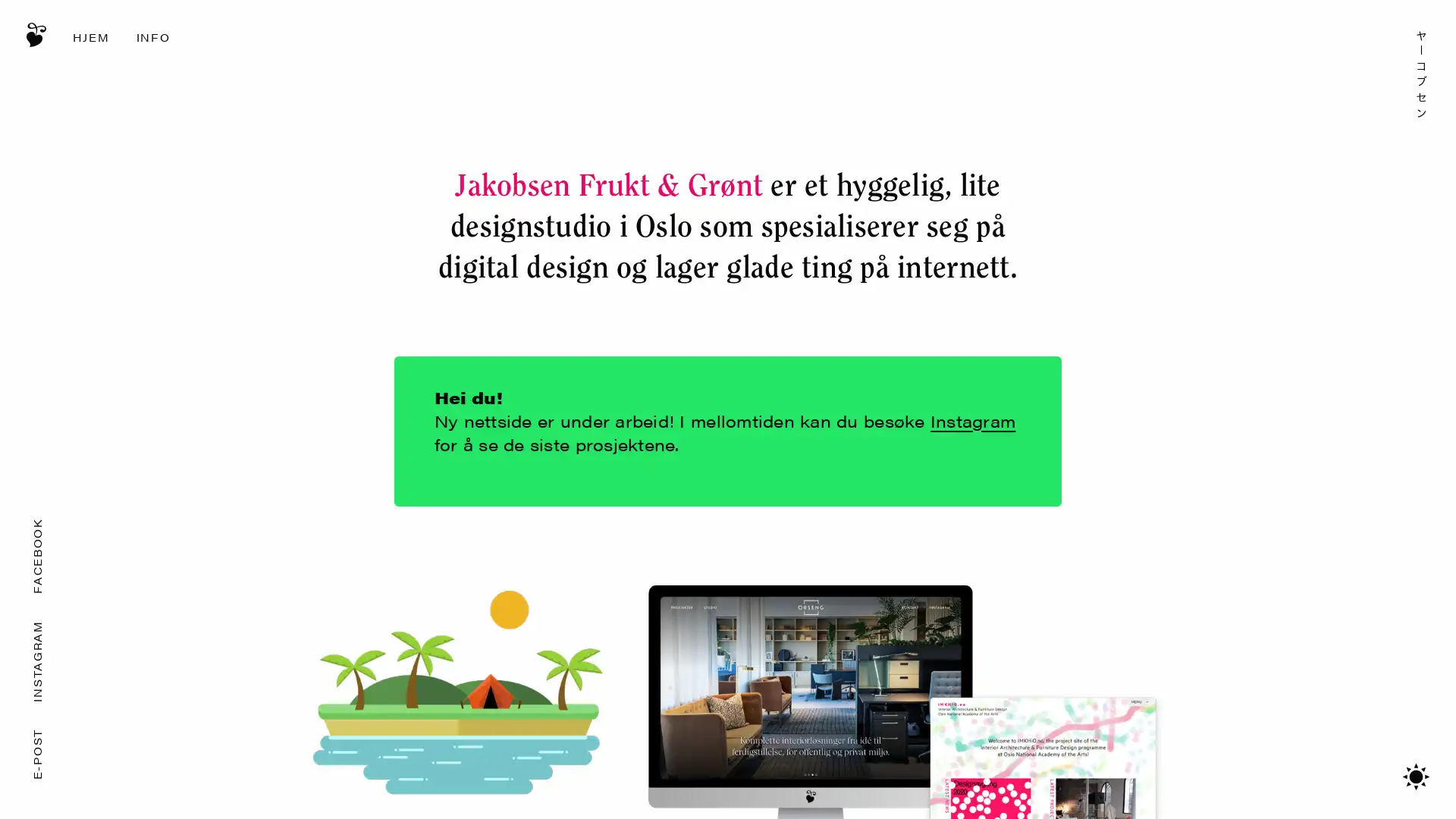  Describe the element at coordinates (1414, 777) in the screenshot. I see `Bytt mellom mrkt/lyst tema` at that location.